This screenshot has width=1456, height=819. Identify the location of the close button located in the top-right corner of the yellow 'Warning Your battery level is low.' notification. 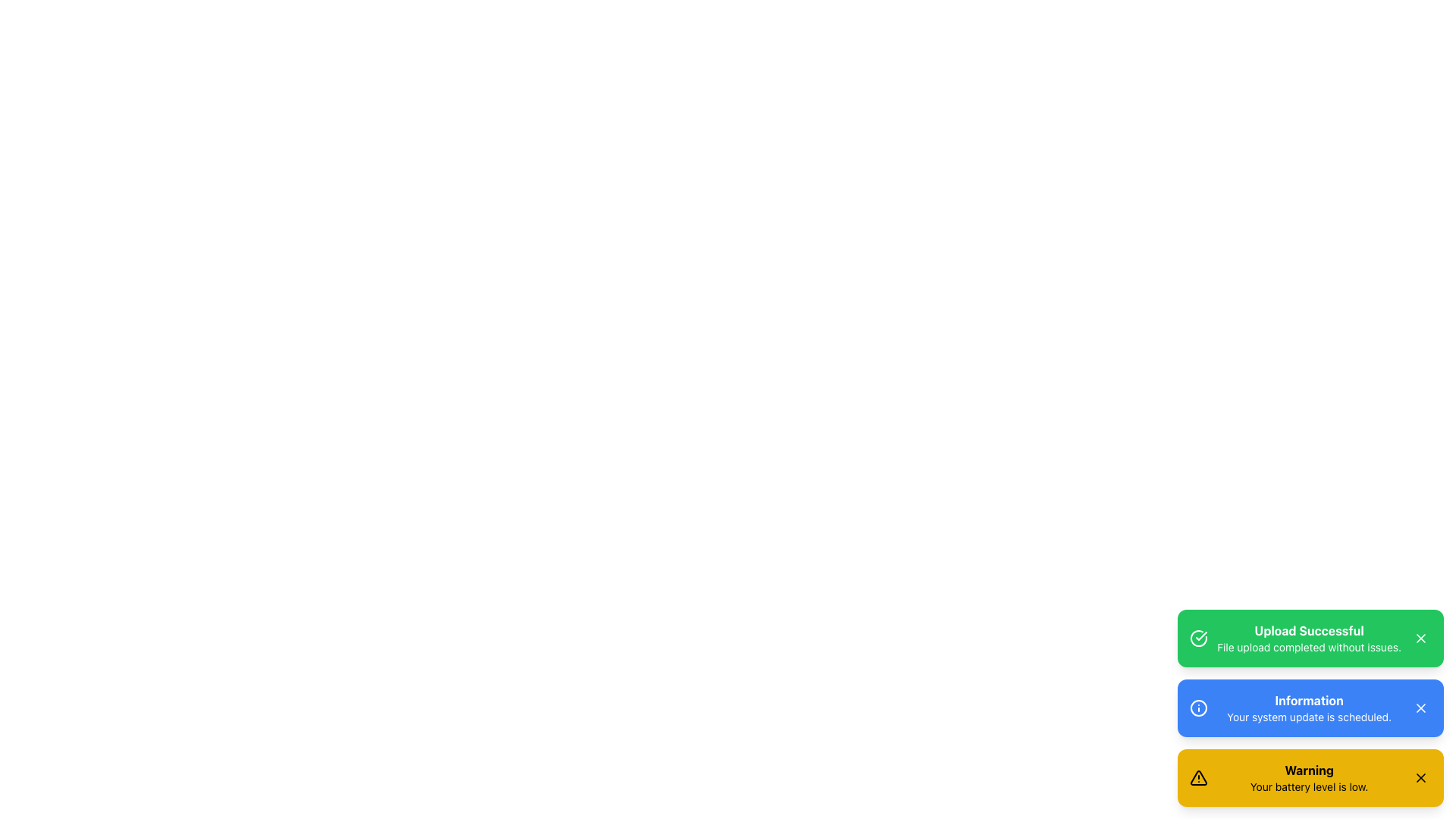
(1420, 778).